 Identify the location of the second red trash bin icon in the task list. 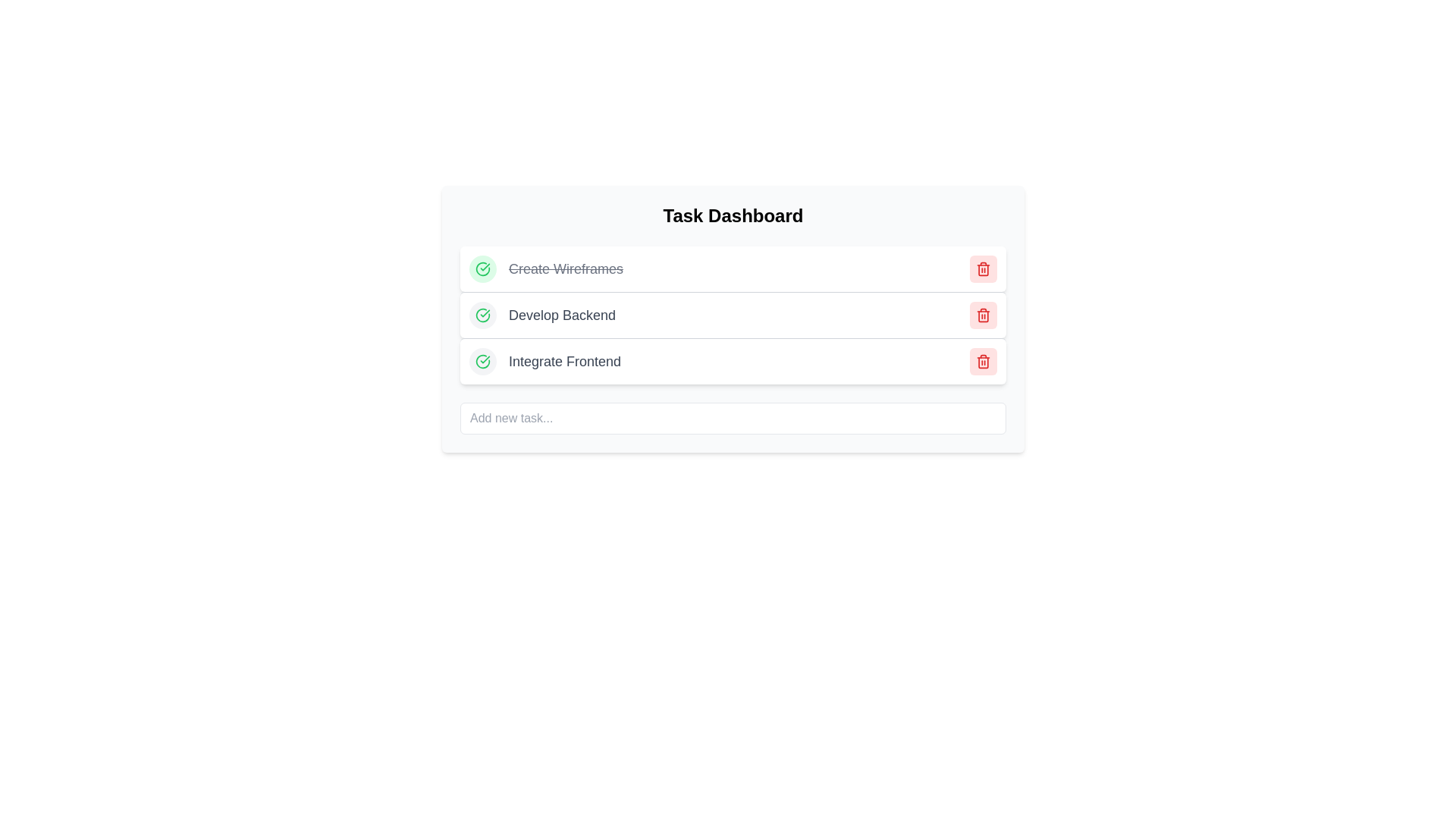
(983, 315).